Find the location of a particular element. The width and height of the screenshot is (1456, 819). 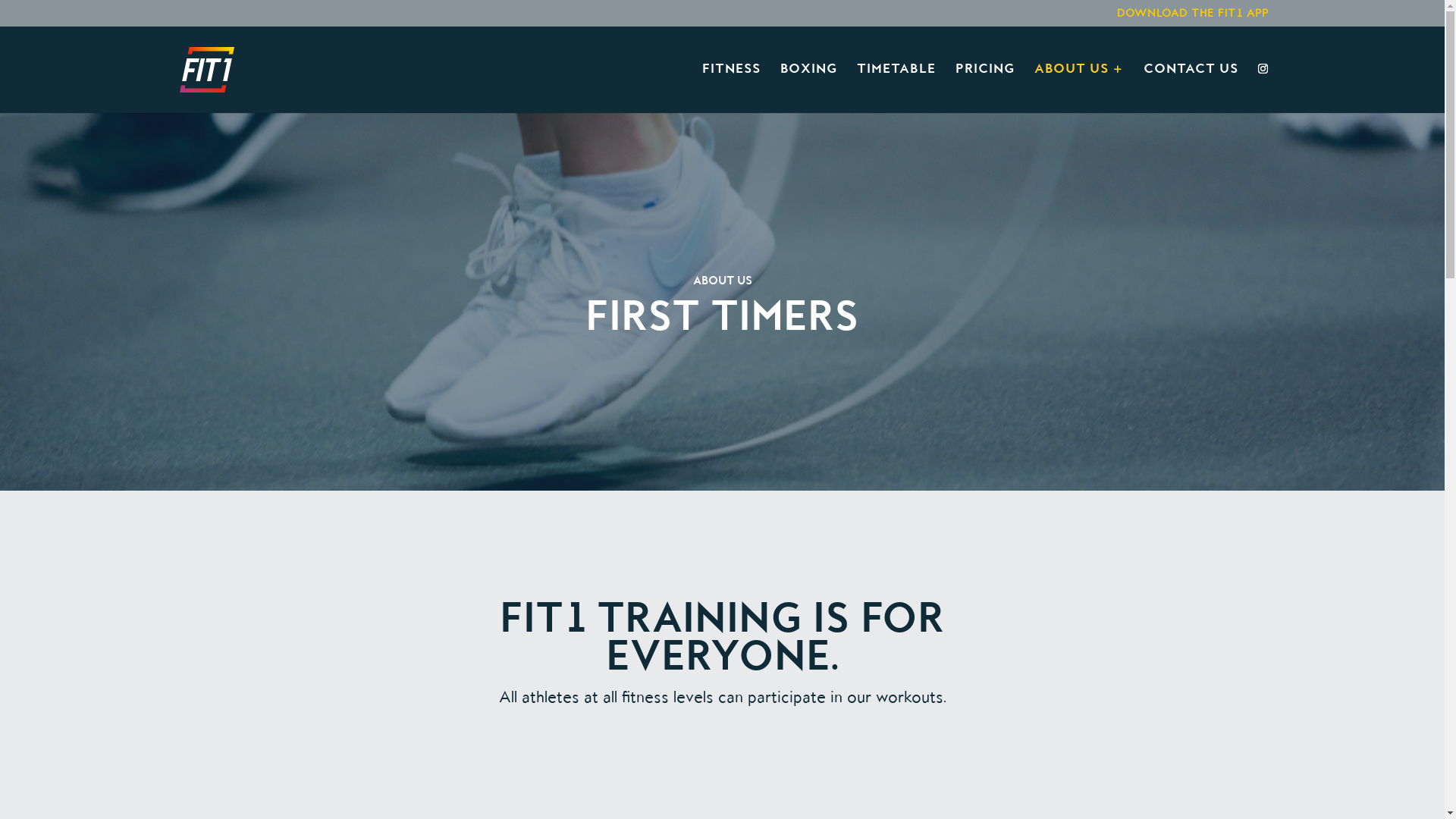

'PRICING' is located at coordinates (985, 88).